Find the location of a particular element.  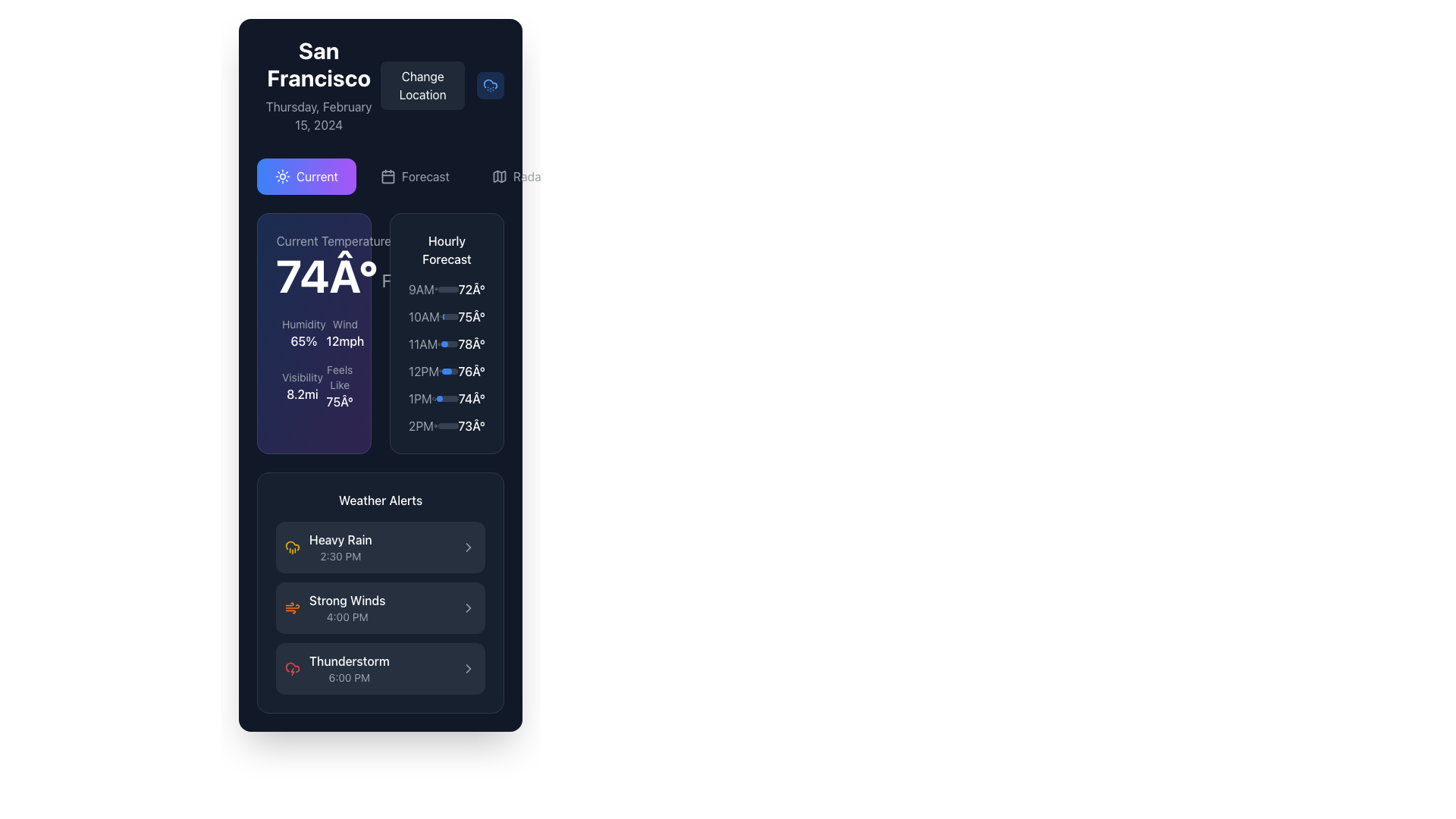

the progress bar located within the '11AM' hourly forecast item under the 'Hourly Forecast' panel, aligned with the time '11AM' and the temperature '78°' is located at coordinates (449, 344).